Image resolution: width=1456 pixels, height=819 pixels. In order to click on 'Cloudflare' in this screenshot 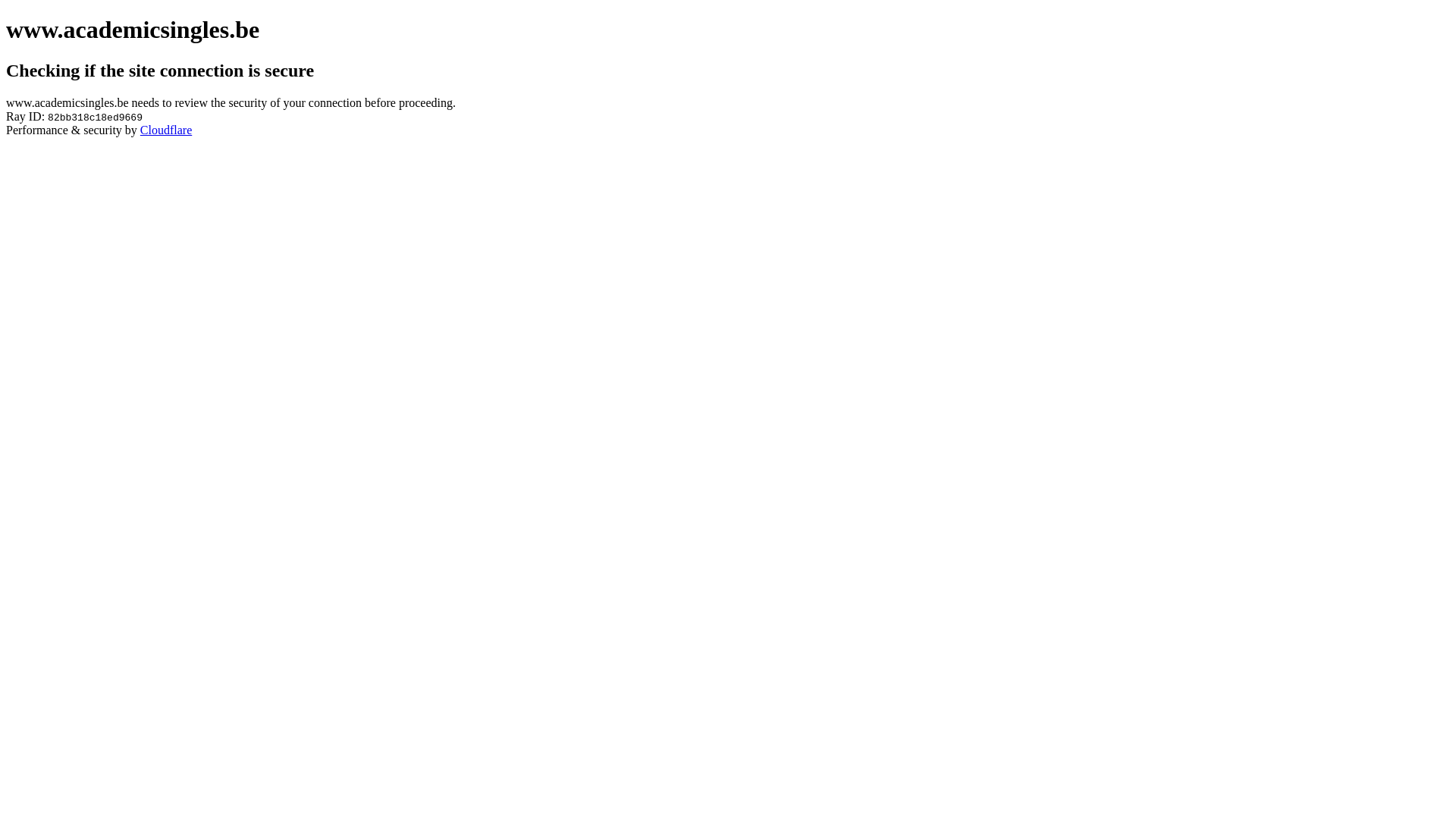, I will do `click(140, 129)`.